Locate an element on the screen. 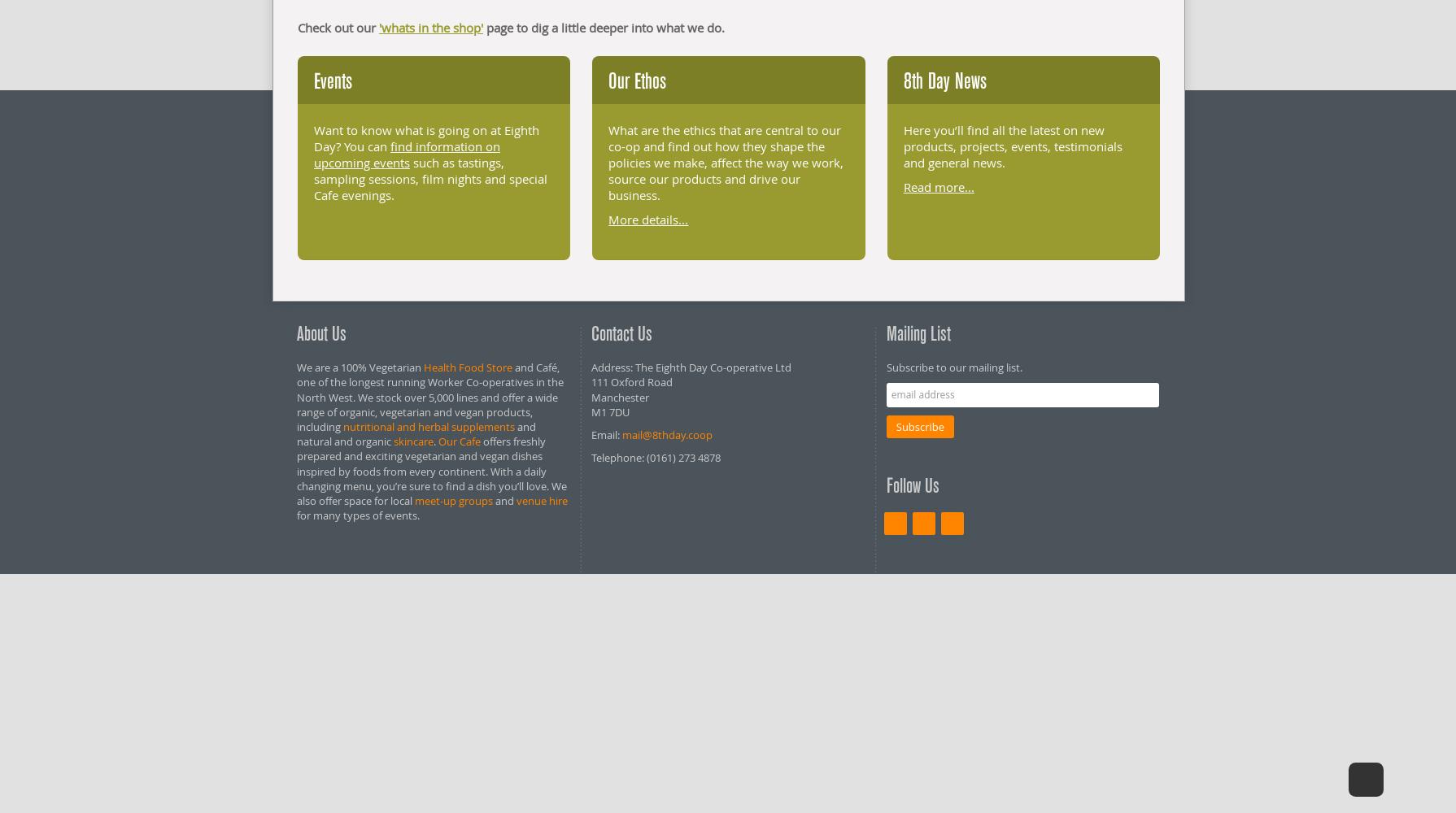  'Here you’ll find all the latest on new products, projects, events, testimonials and general news.' is located at coordinates (1012, 146).